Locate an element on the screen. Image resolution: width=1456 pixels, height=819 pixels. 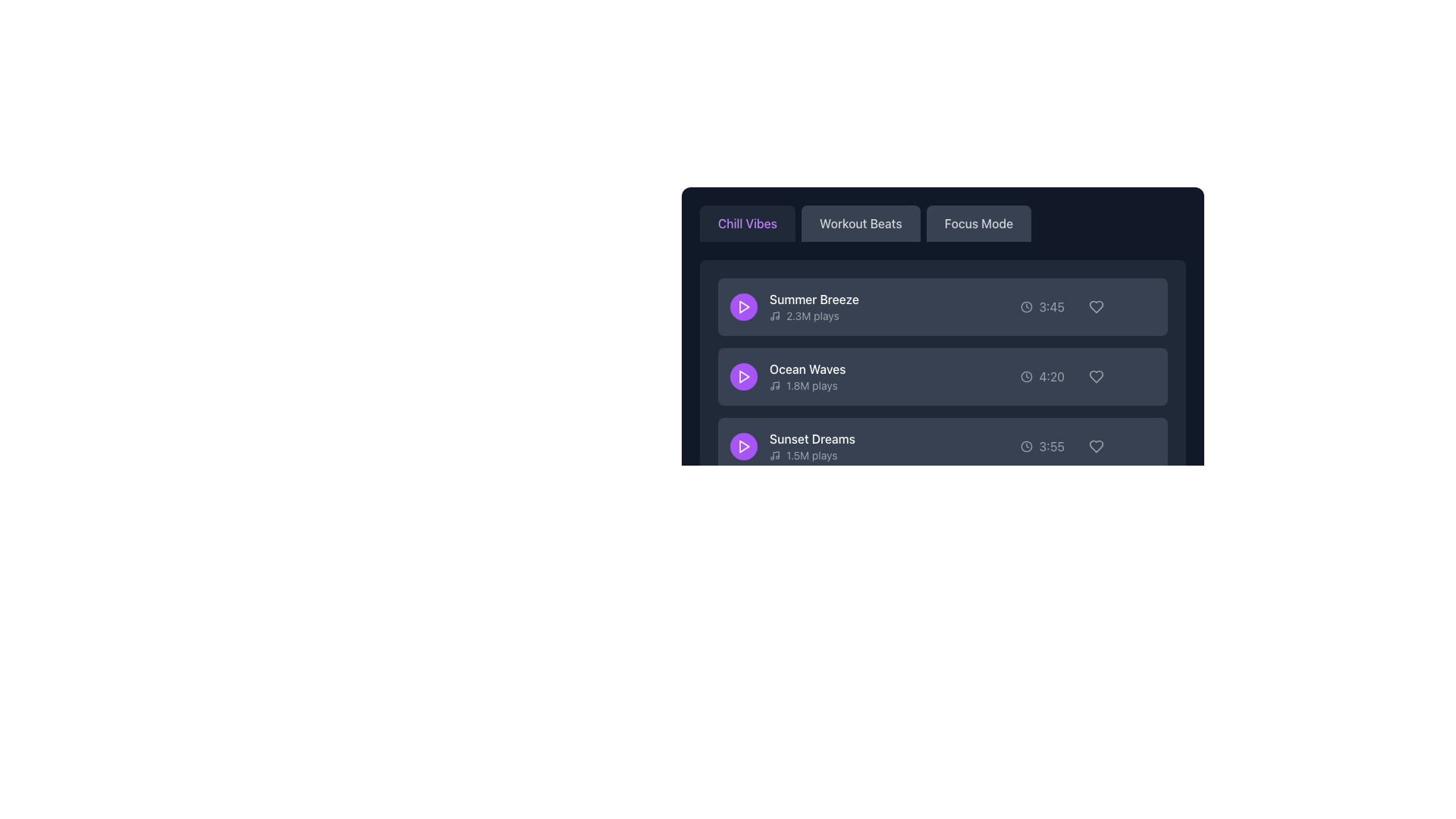
the text label displaying the total number of plays (1.8 million) for the 'Ocean Waves' track, located below its main heading and to the right of the music note icon is located at coordinates (807, 385).